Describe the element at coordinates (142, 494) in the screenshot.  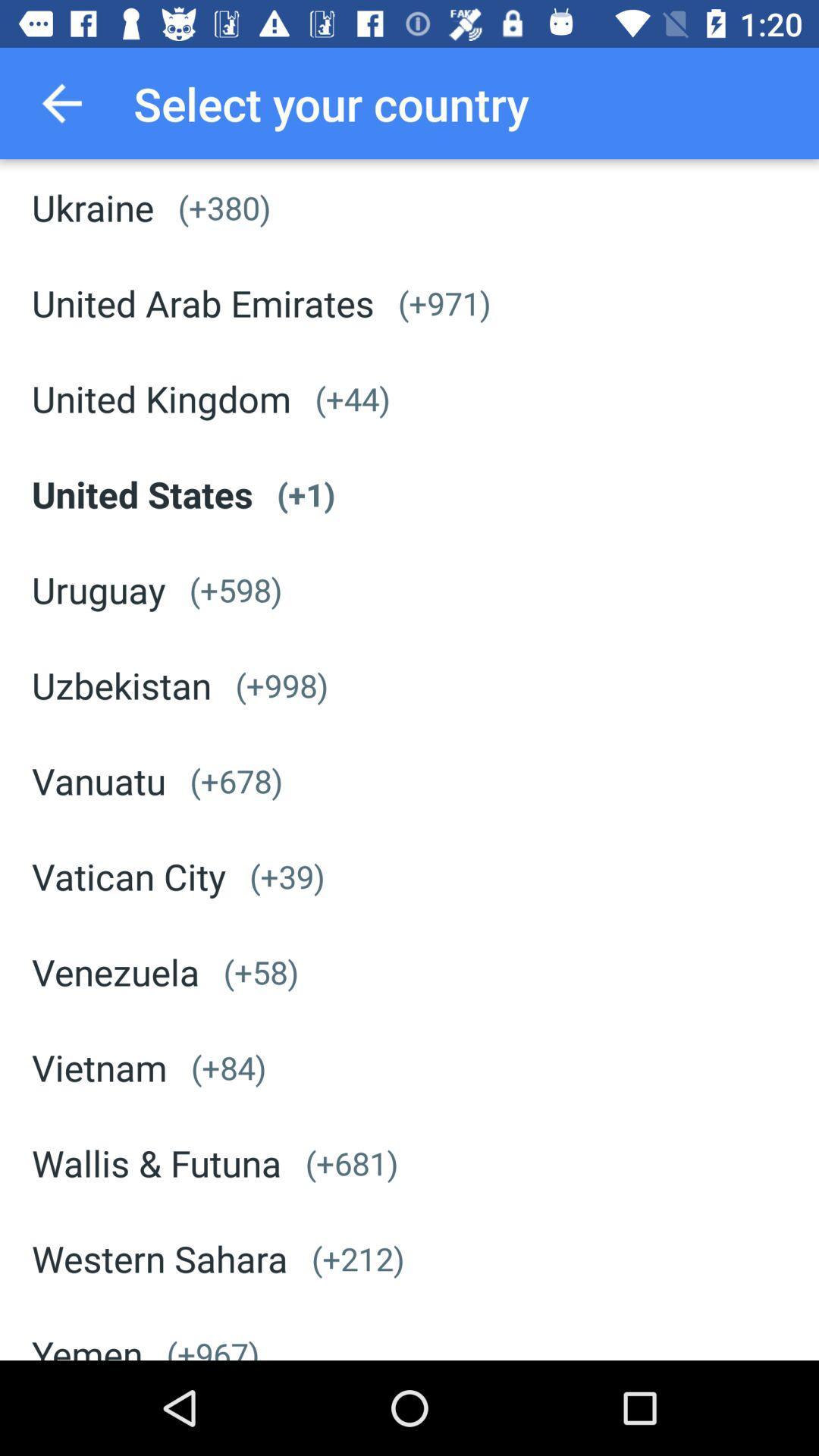
I see `the icon below united kingdom` at that location.